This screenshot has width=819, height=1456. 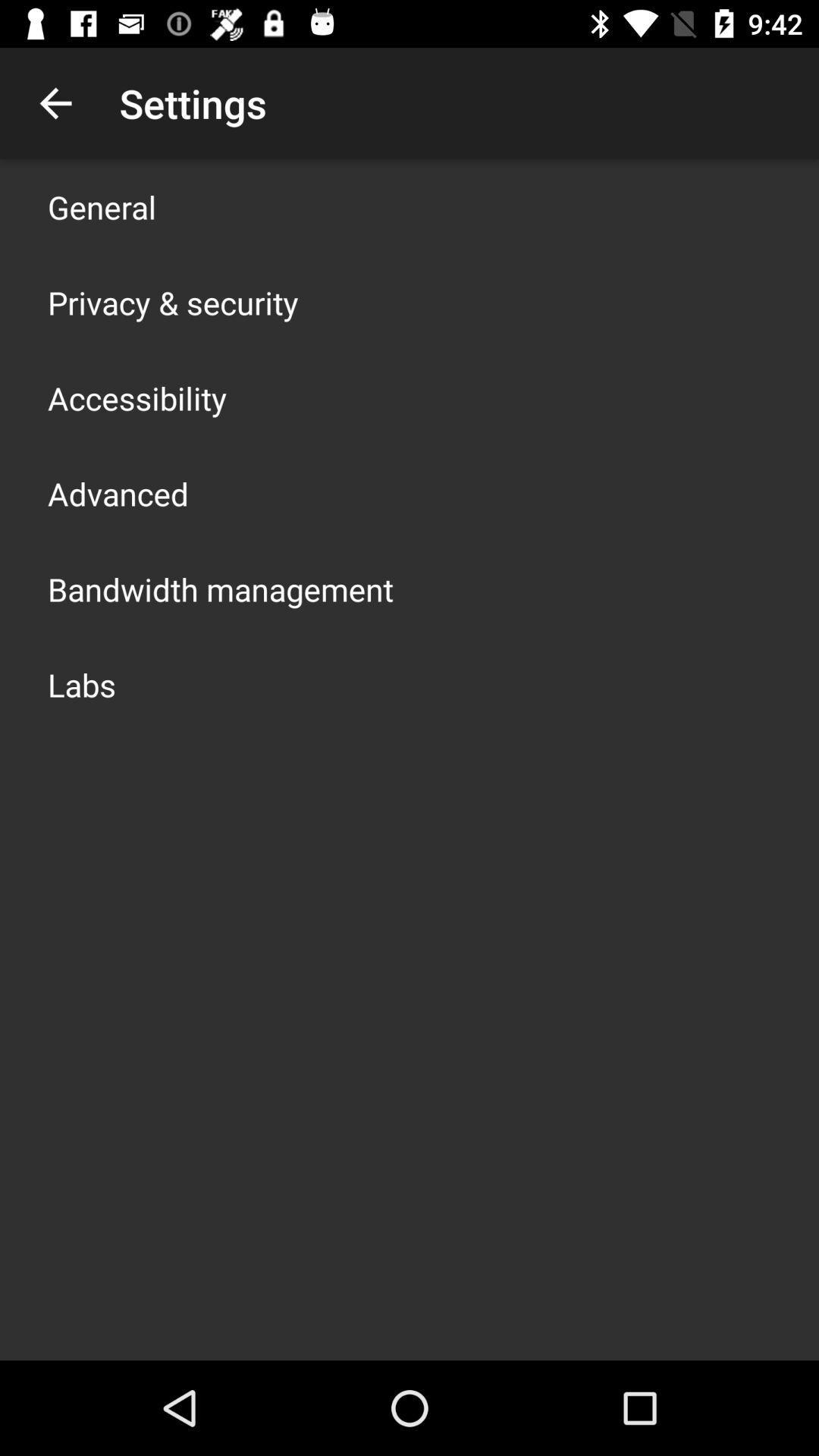 What do you see at coordinates (137, 397) in the screenshot?
I see `the item above the advanced` at bounding box center [137, 397].